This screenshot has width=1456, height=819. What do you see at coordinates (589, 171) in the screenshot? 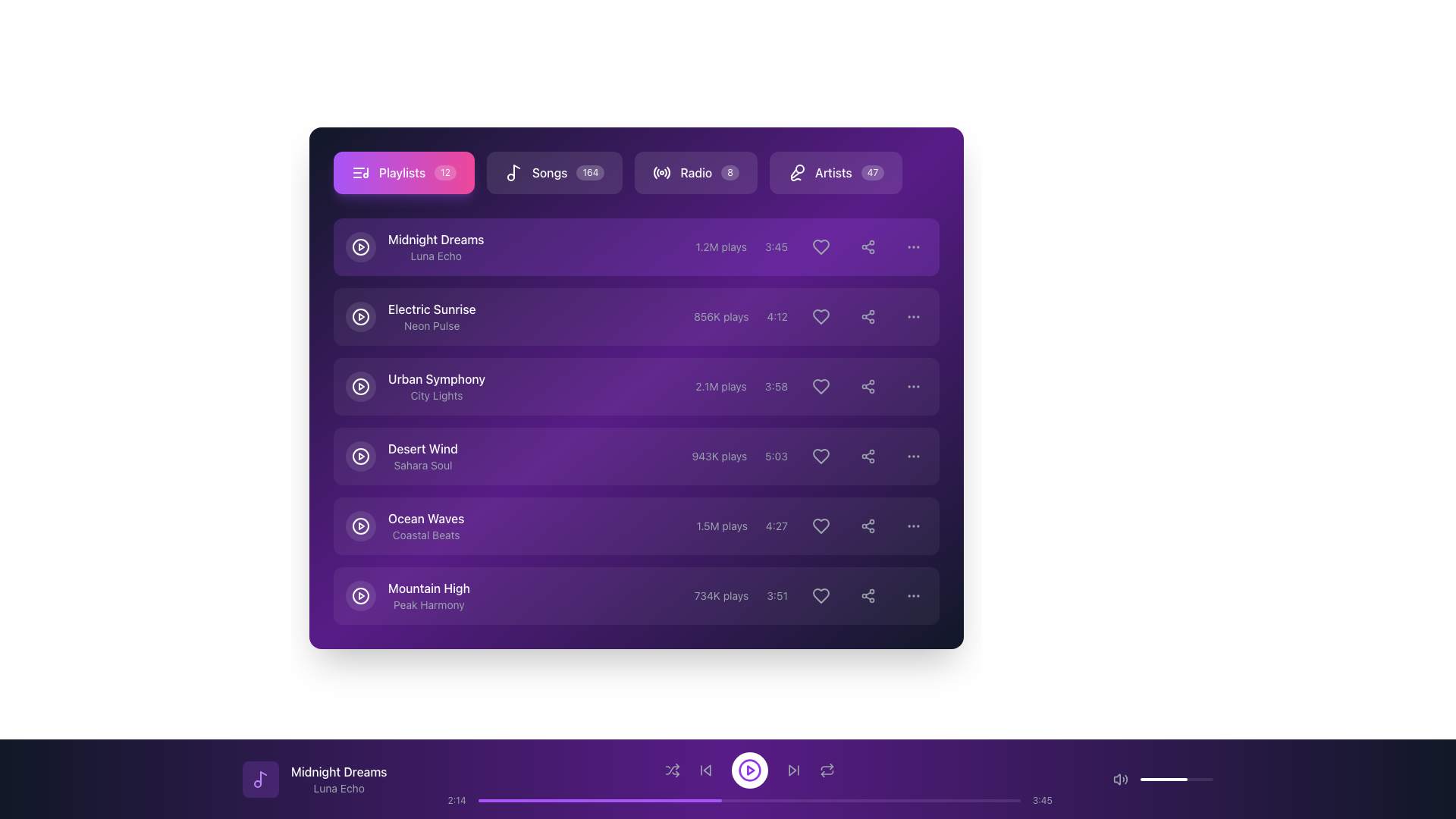
I see `the label that displays the numerical value associated with the 'Songs' category, which is located in the top navigation section next to 'Songs'` at bounding box center [589, 171].